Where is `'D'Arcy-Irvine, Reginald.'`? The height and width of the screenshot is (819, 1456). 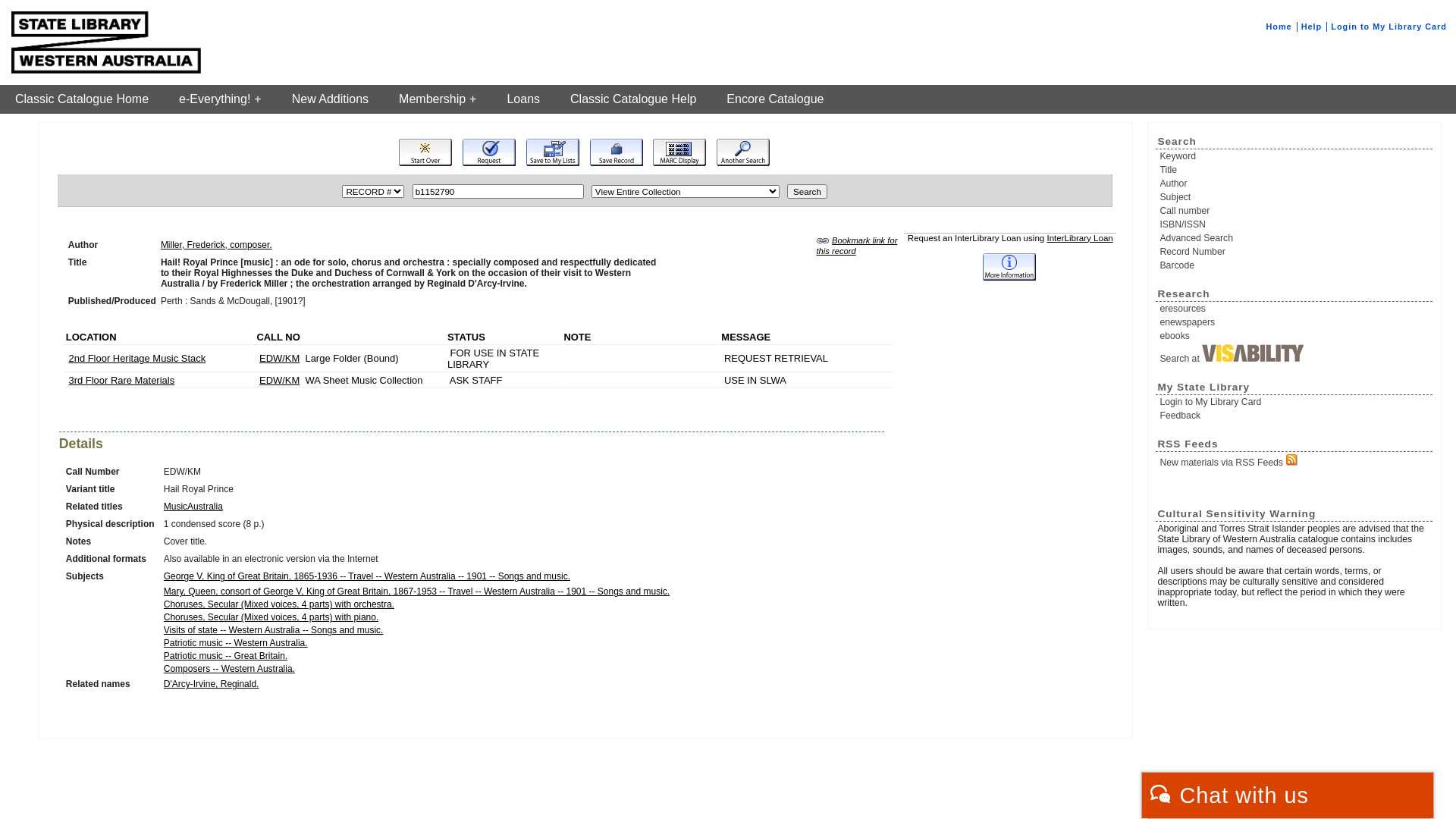
'D'Arcy-Irvine, Reginald.' is located at coordinates (164, 684).